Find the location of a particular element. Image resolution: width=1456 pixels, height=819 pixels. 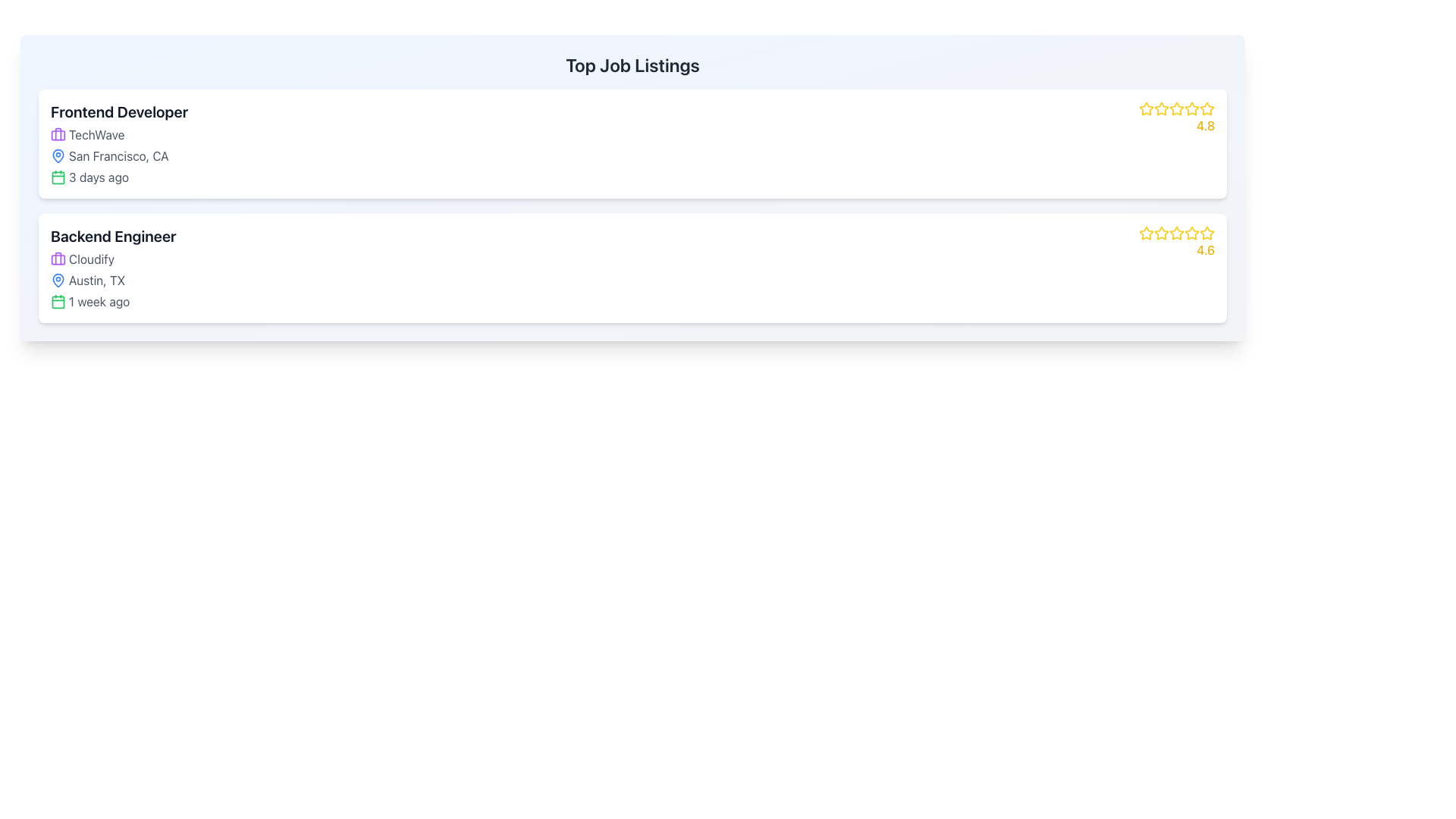

the SVG icon representing the location for the job listing of 'Frontend Developer' in 'San Francisco, CA', located near the top left of the card is located at coordinates (58, 155).